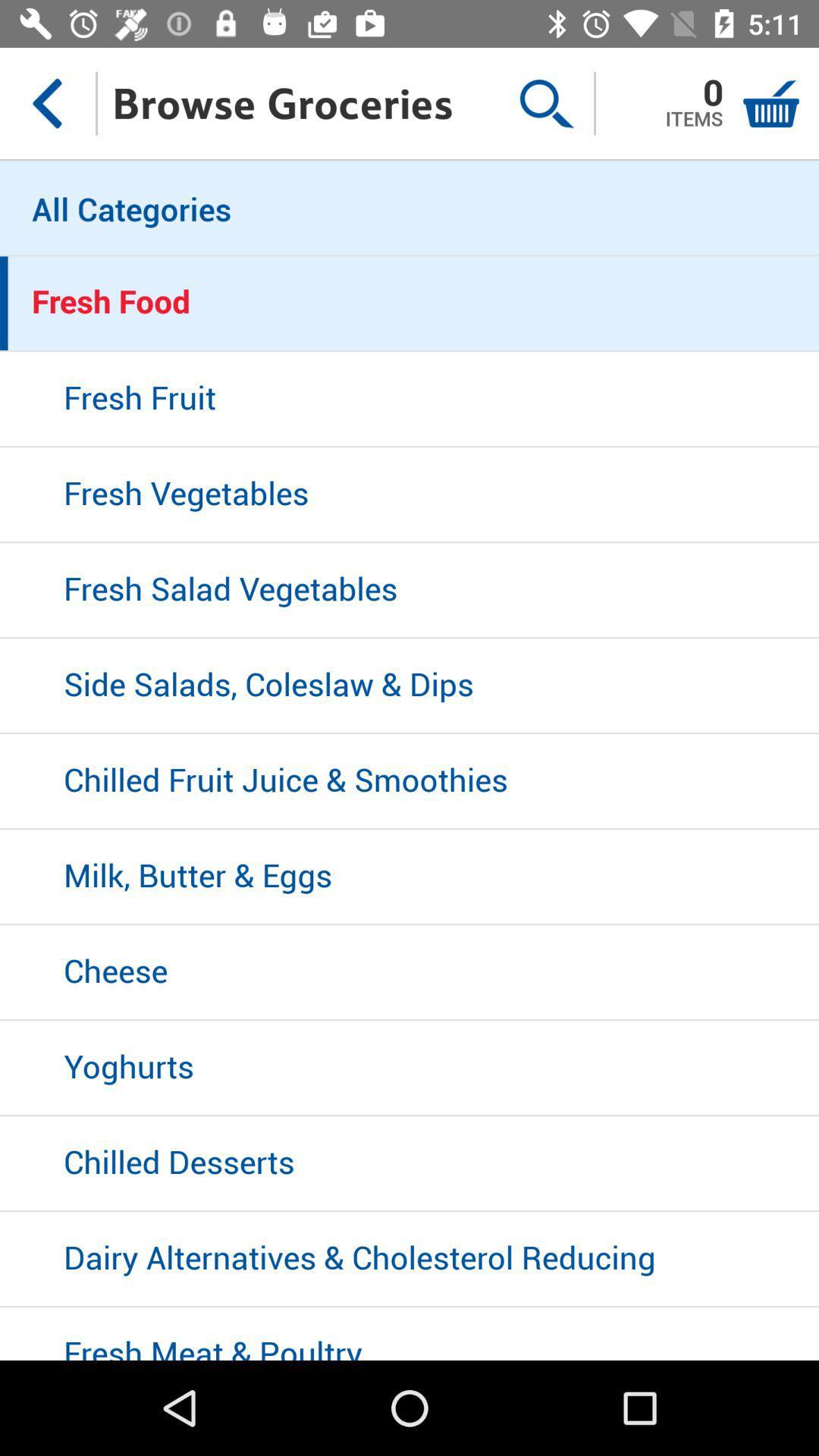 The width and height of the screenshot is (819, 1456). Describe the element at coordinates (409, 973) in the screenshot. I see `the cheese item` at that location.